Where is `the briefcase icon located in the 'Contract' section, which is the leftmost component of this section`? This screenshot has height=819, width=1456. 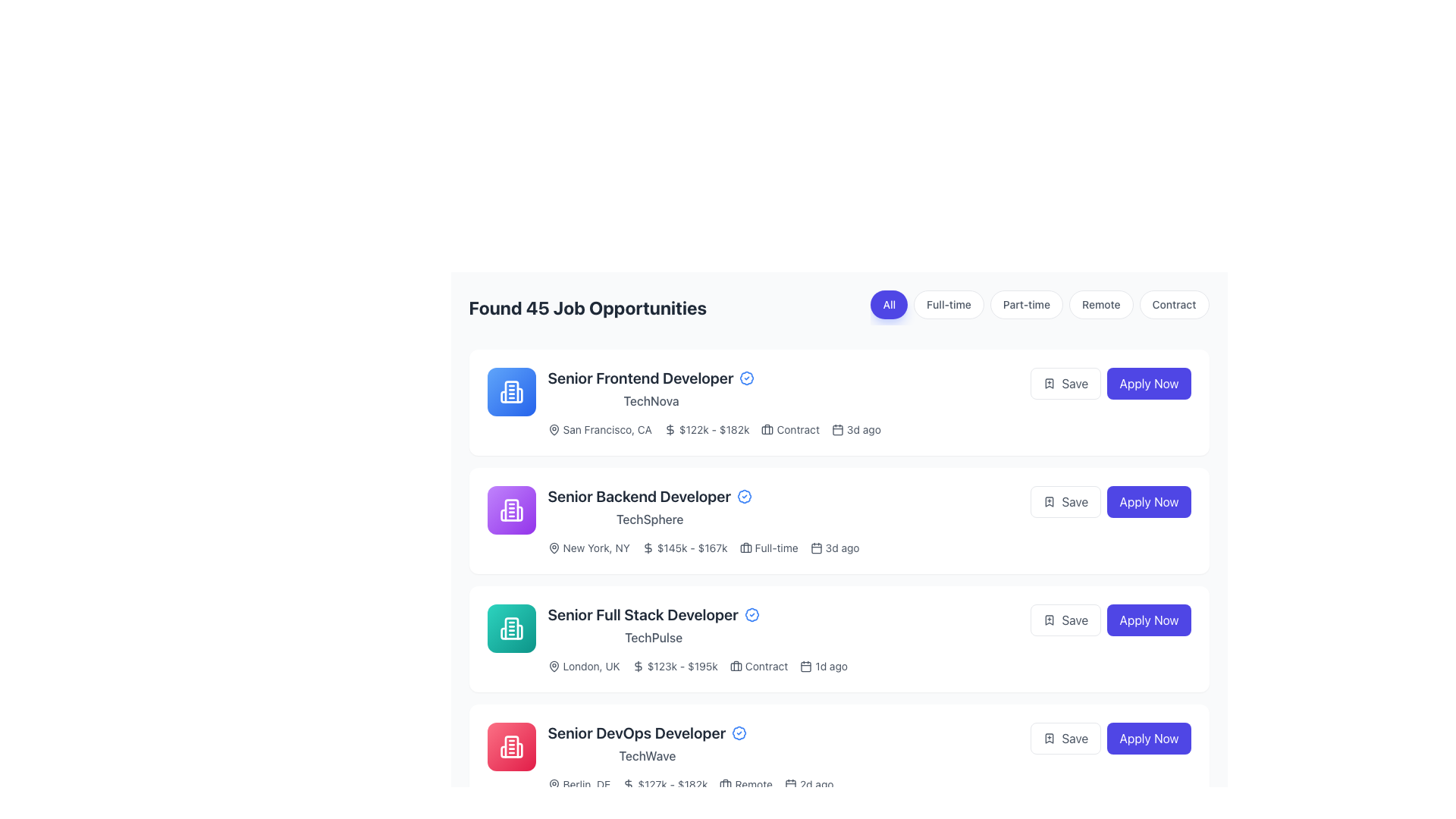
the briefcase icon located in the 'Contract' section, which is the leftmost component of this section is located at coordinates (736, 666).